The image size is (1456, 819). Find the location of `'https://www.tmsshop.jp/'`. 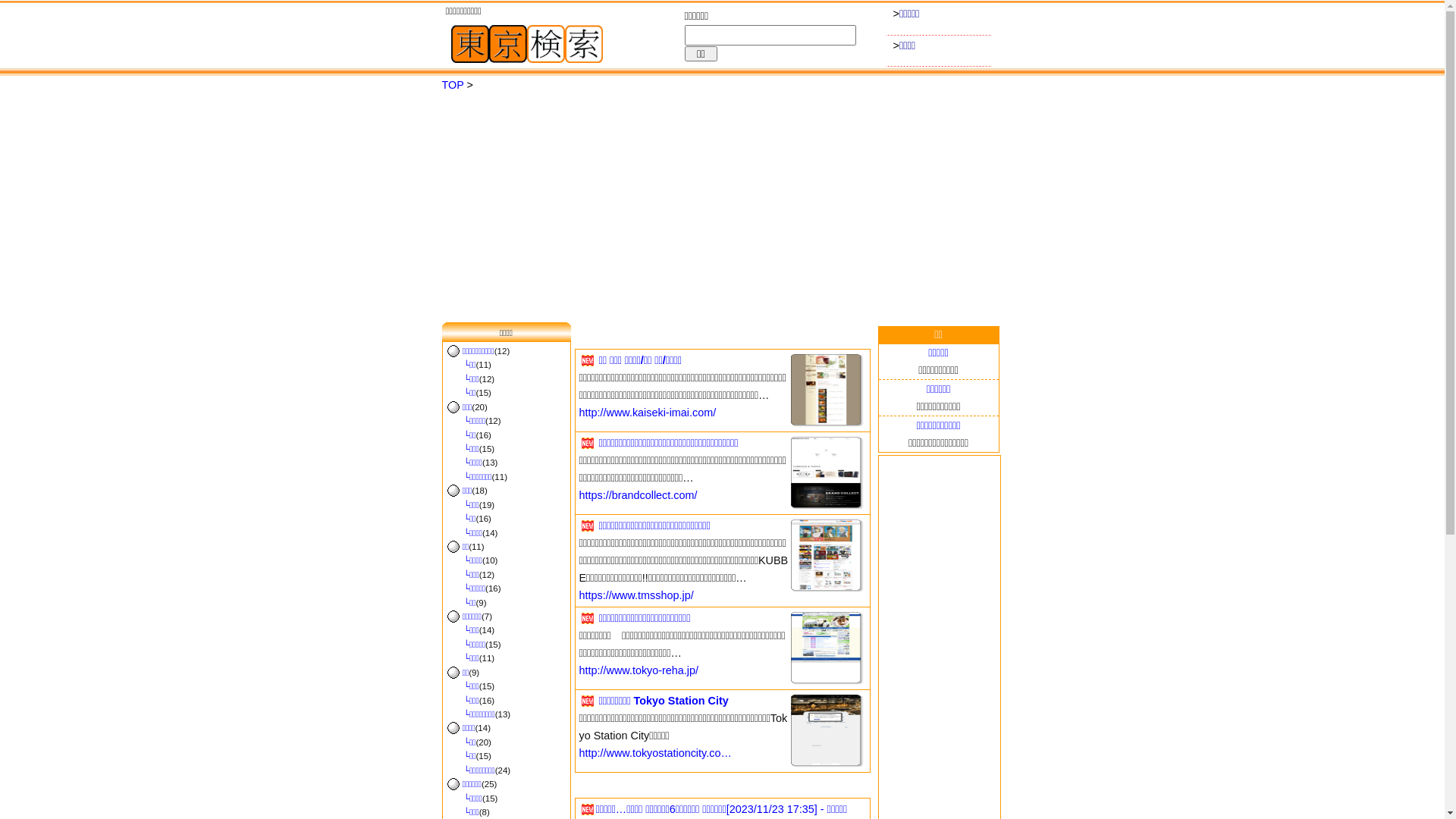

'https://www.tmsshop.jp/' is located at coordinates (636, 595).